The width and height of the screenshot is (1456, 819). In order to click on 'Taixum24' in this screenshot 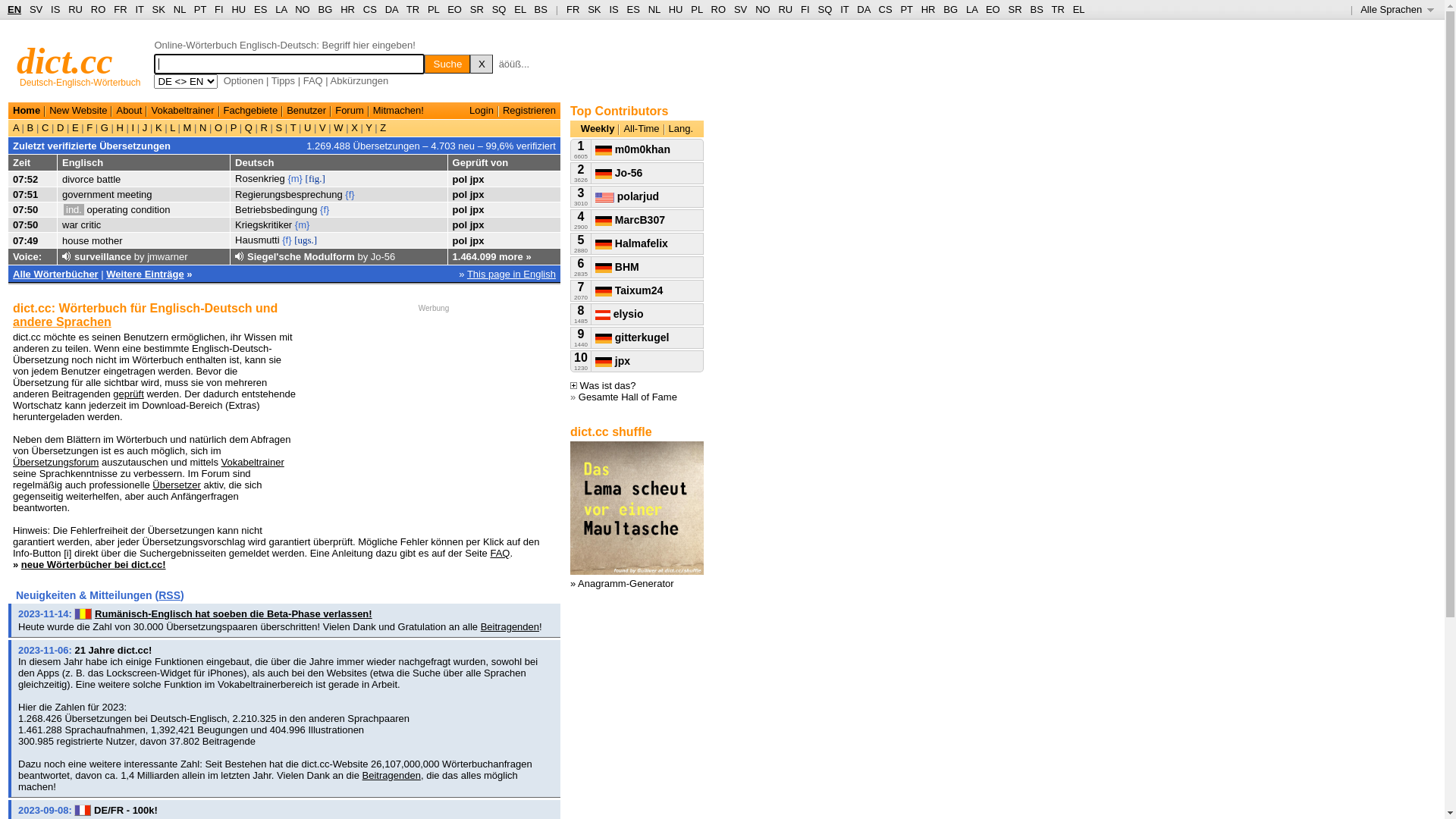, I will do `click(595, 290)`.